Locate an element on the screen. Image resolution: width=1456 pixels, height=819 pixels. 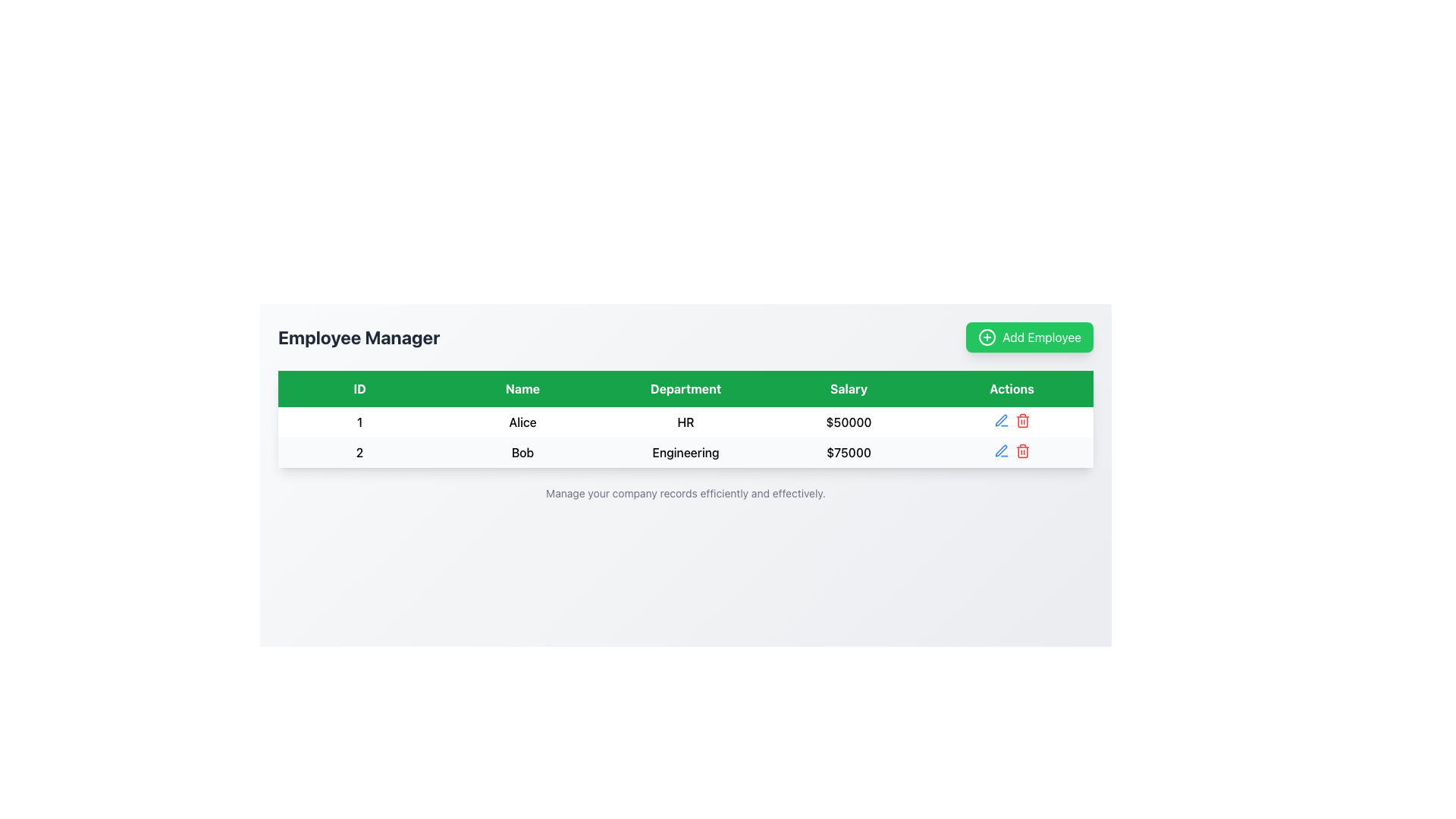
the 'Salary' text label, which is displayed in white on a green background and is the fourth column in the table header is located at coordinates (848, 388).